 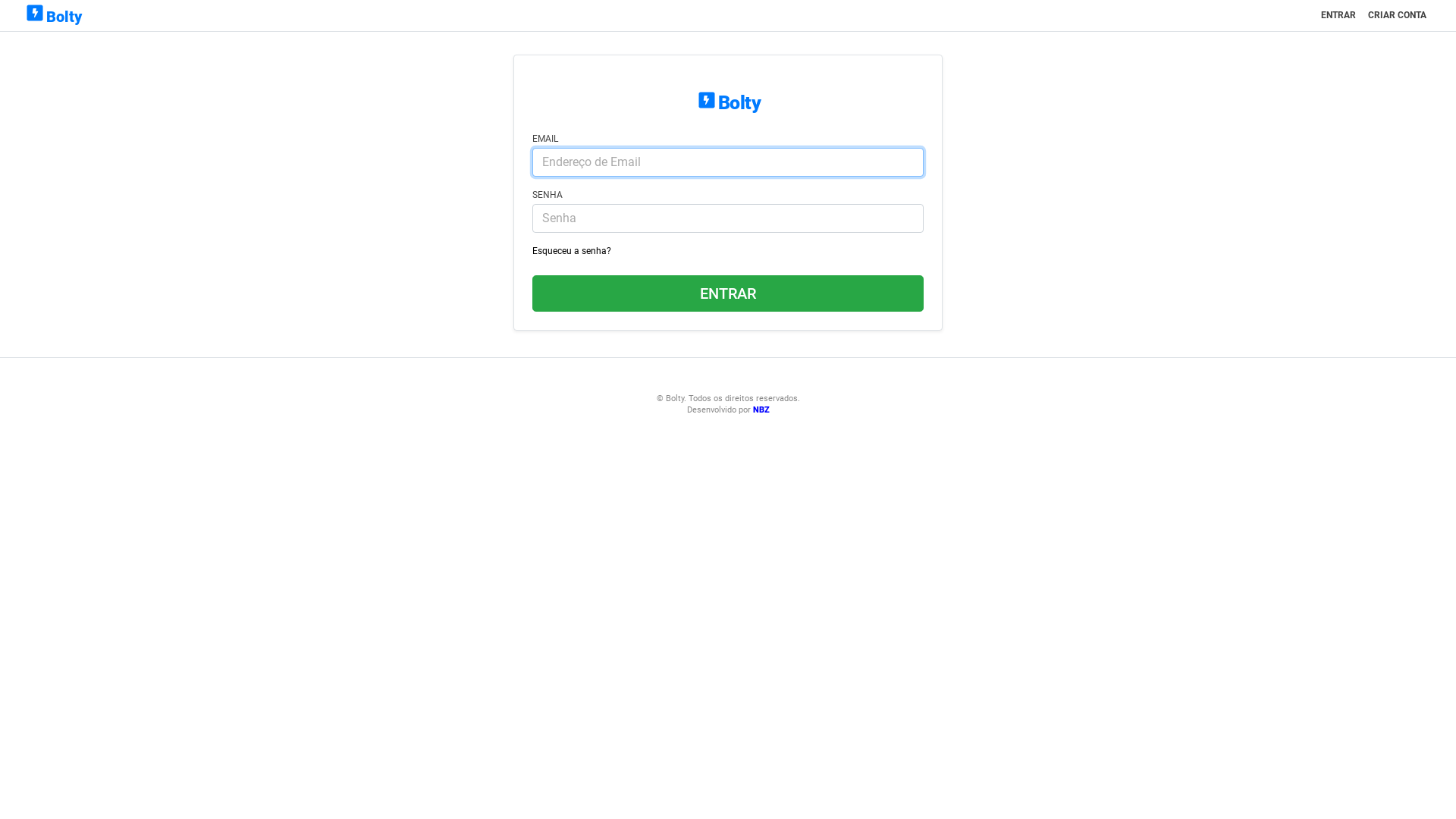 What do you see at coordinates (52, 15) in the screenshot?
I see `'Bolty'` at bounding box center [52, 15].